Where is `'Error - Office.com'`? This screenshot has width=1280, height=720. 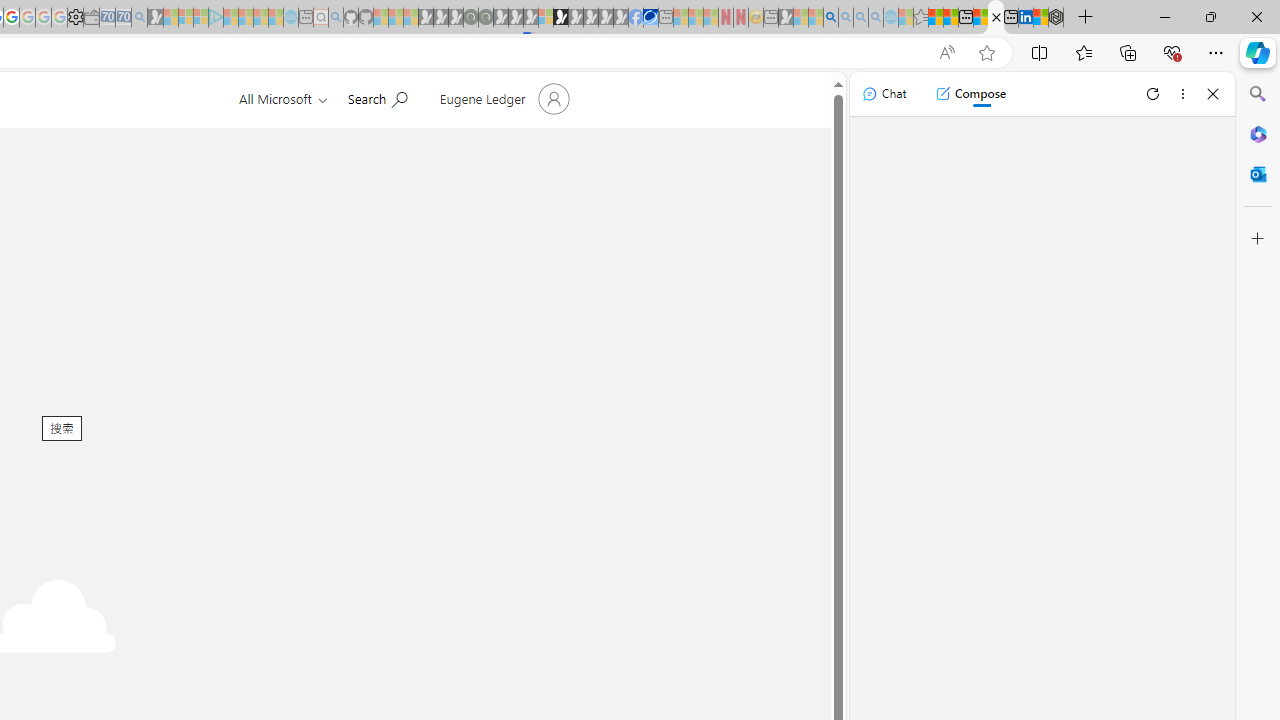
'Error - Office.com' is located at coordinates (996, 17).